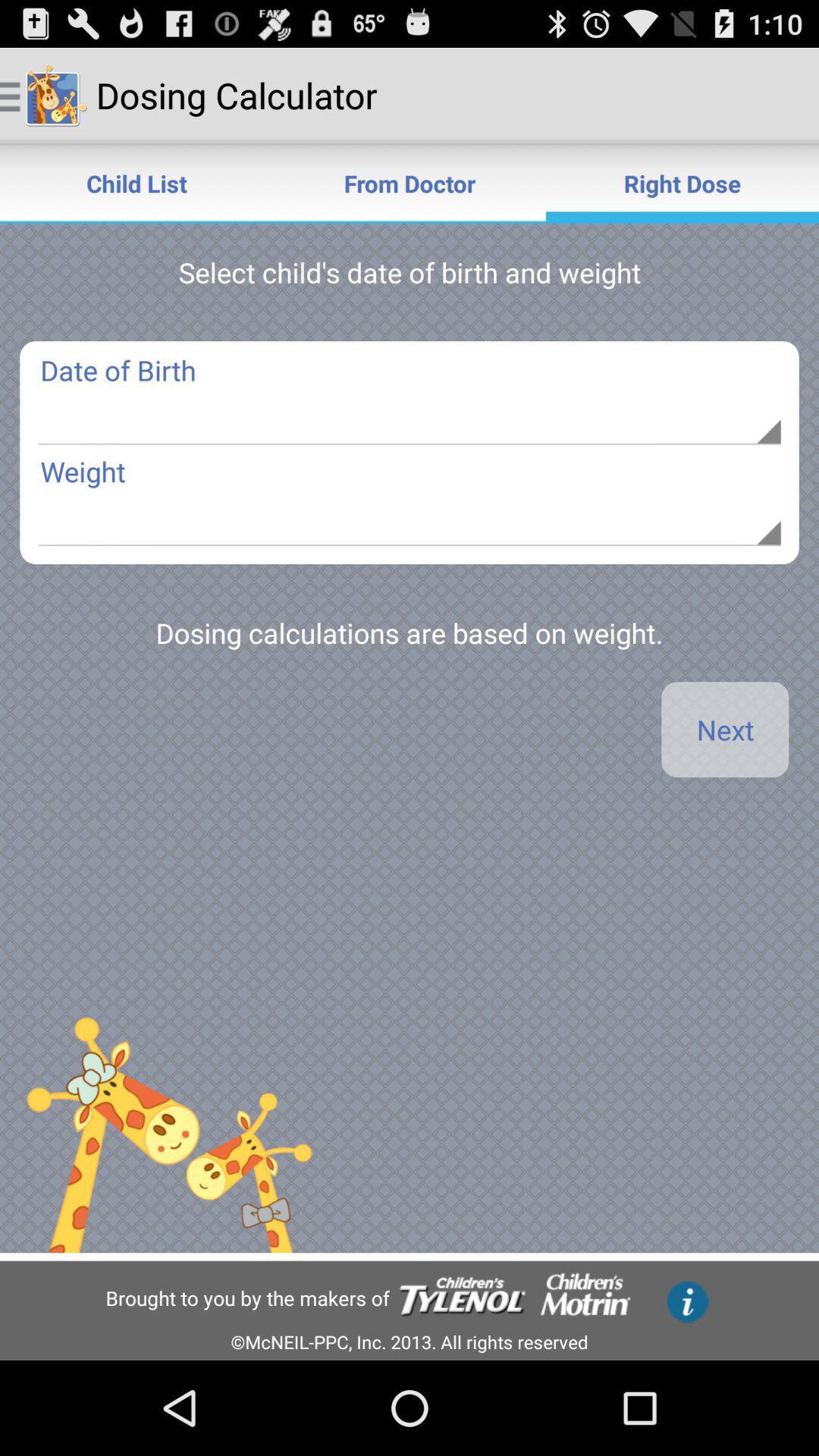  Describe the element at coordinates (409, 182) in the screenshot. I see `the from doctor icon` at that location.